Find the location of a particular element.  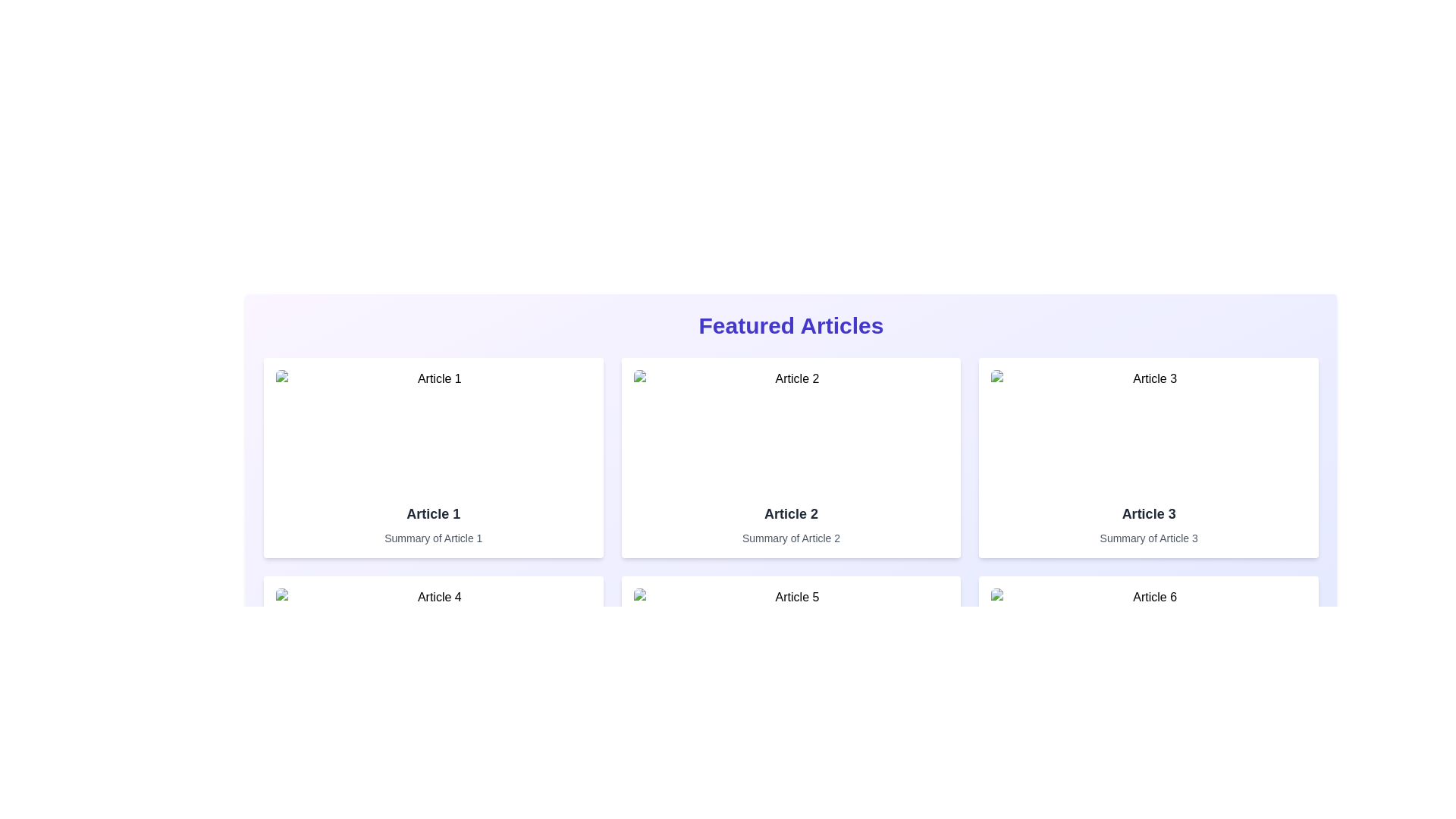

the image thumbnail for 'Article 6' located in the bottom-right corner of the grid layout is located at coordinates (1149, 648).